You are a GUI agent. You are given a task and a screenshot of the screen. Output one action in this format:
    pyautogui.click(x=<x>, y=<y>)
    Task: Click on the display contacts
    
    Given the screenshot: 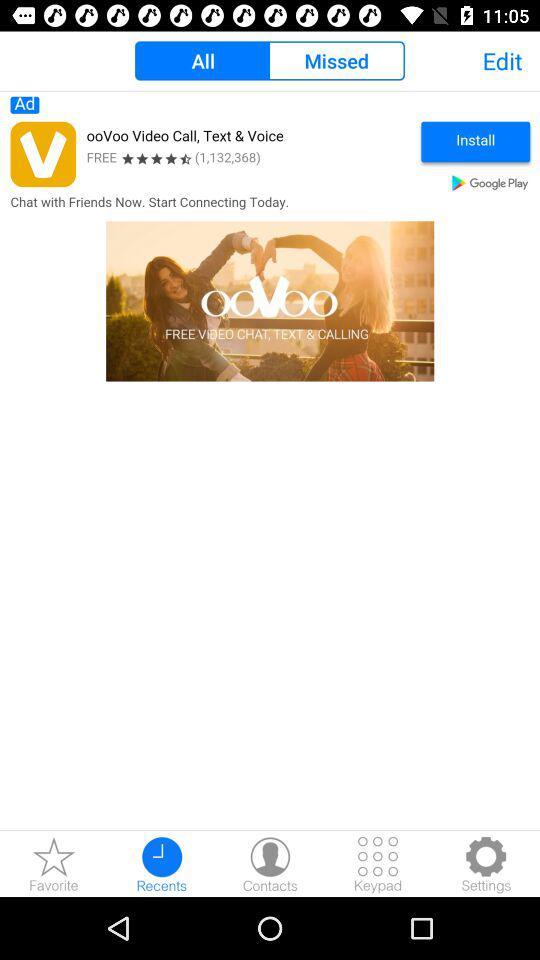 What is the action you would take?
    pyautogui.click(x=270, y=863)
    